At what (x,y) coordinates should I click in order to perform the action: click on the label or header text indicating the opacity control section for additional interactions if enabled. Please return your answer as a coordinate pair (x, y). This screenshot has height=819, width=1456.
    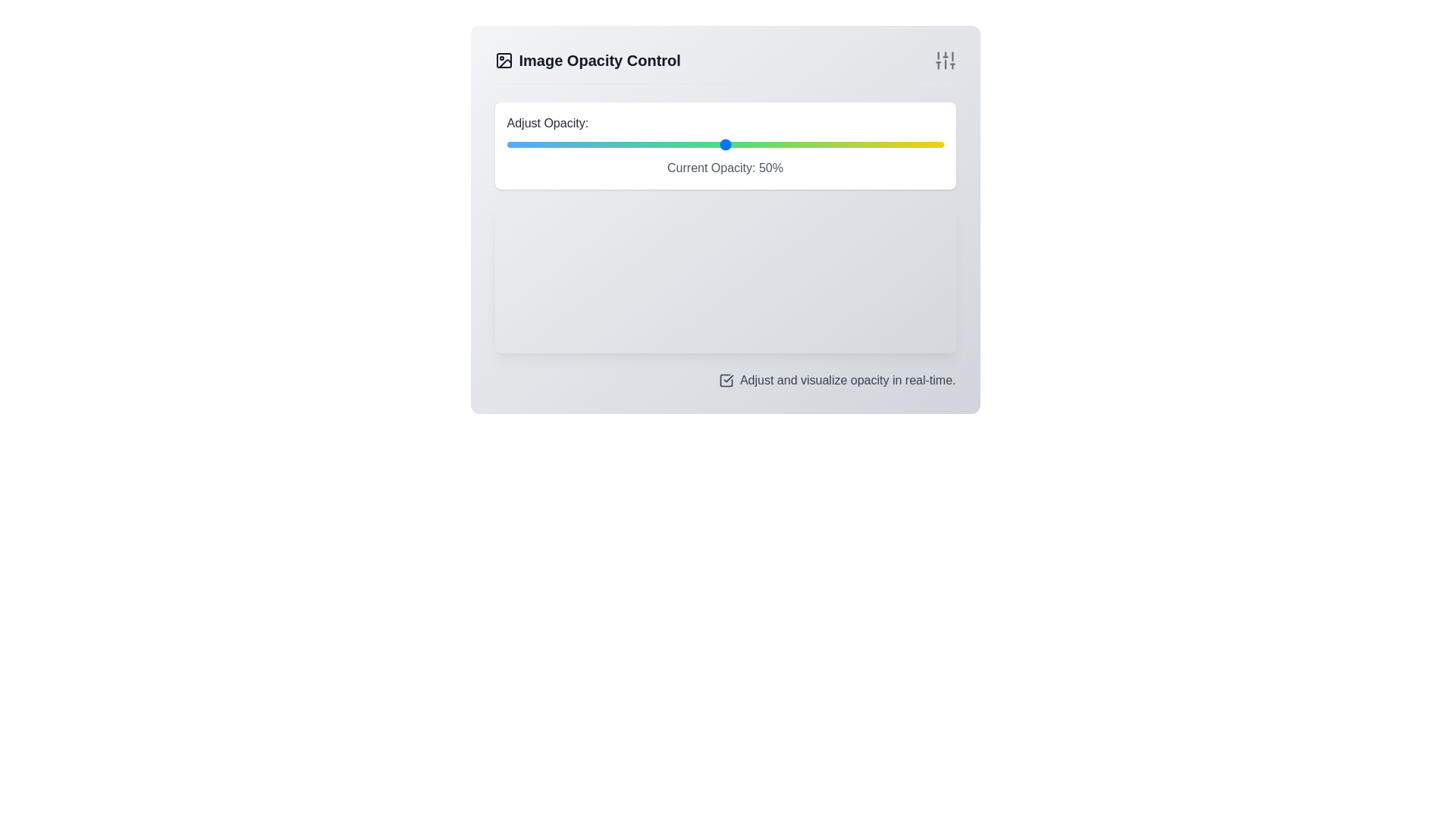
    Looking at the image, I should click on (587, 60).